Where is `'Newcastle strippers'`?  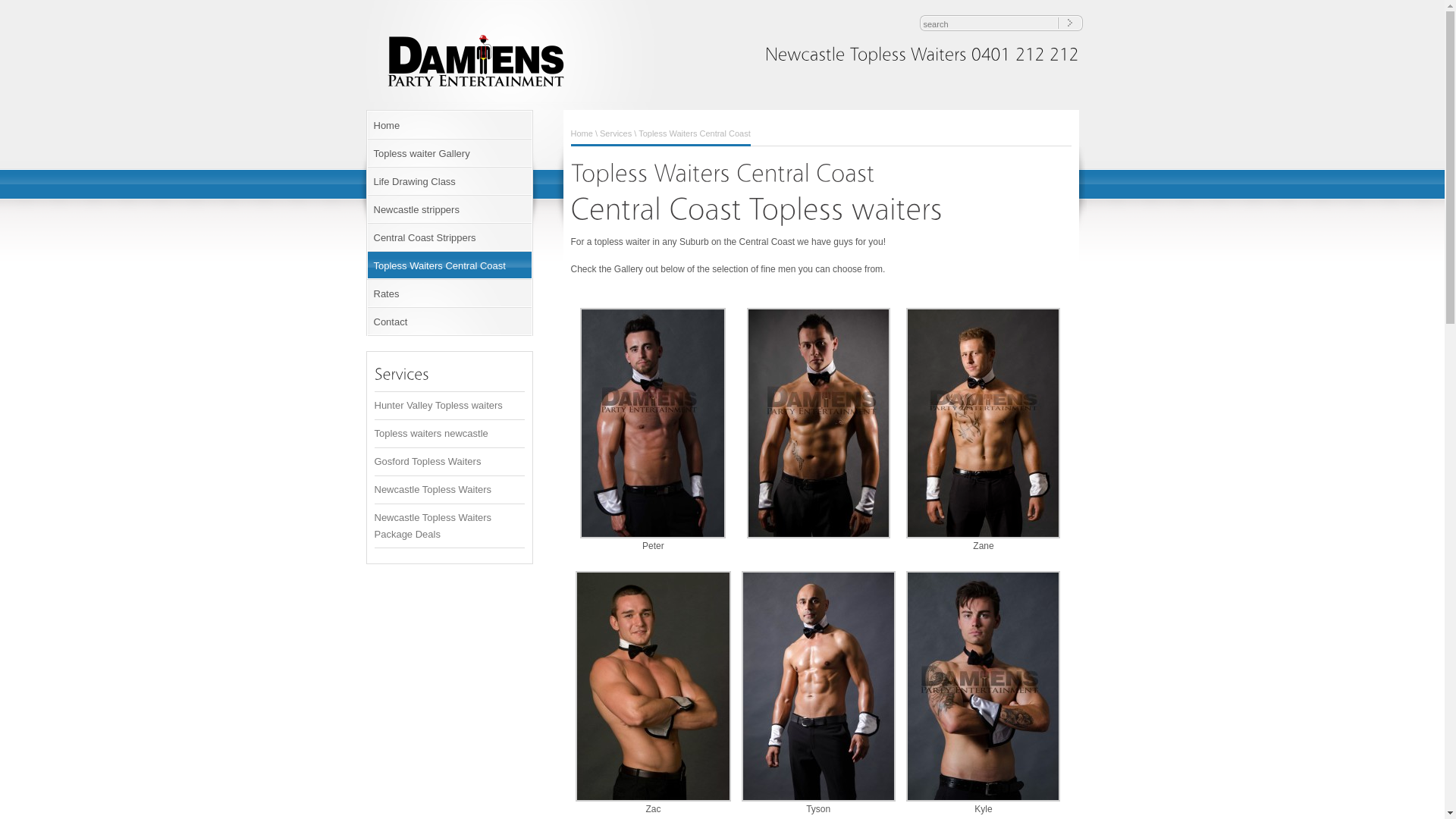 'Newcastle strippers' is located at coordinates (447, 209).